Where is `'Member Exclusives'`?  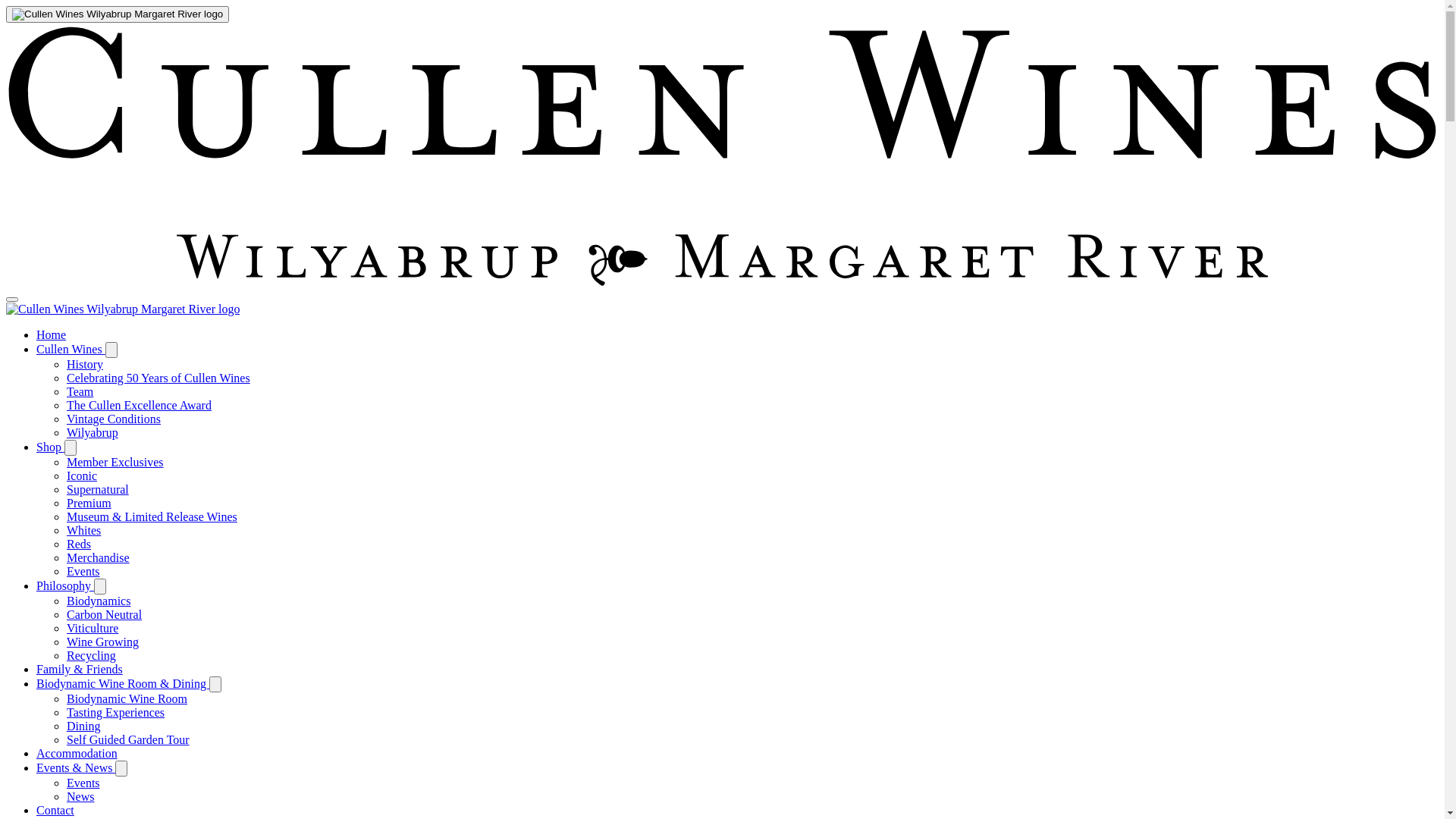 'Member Exclusives' is located at coordinates (115, 461).